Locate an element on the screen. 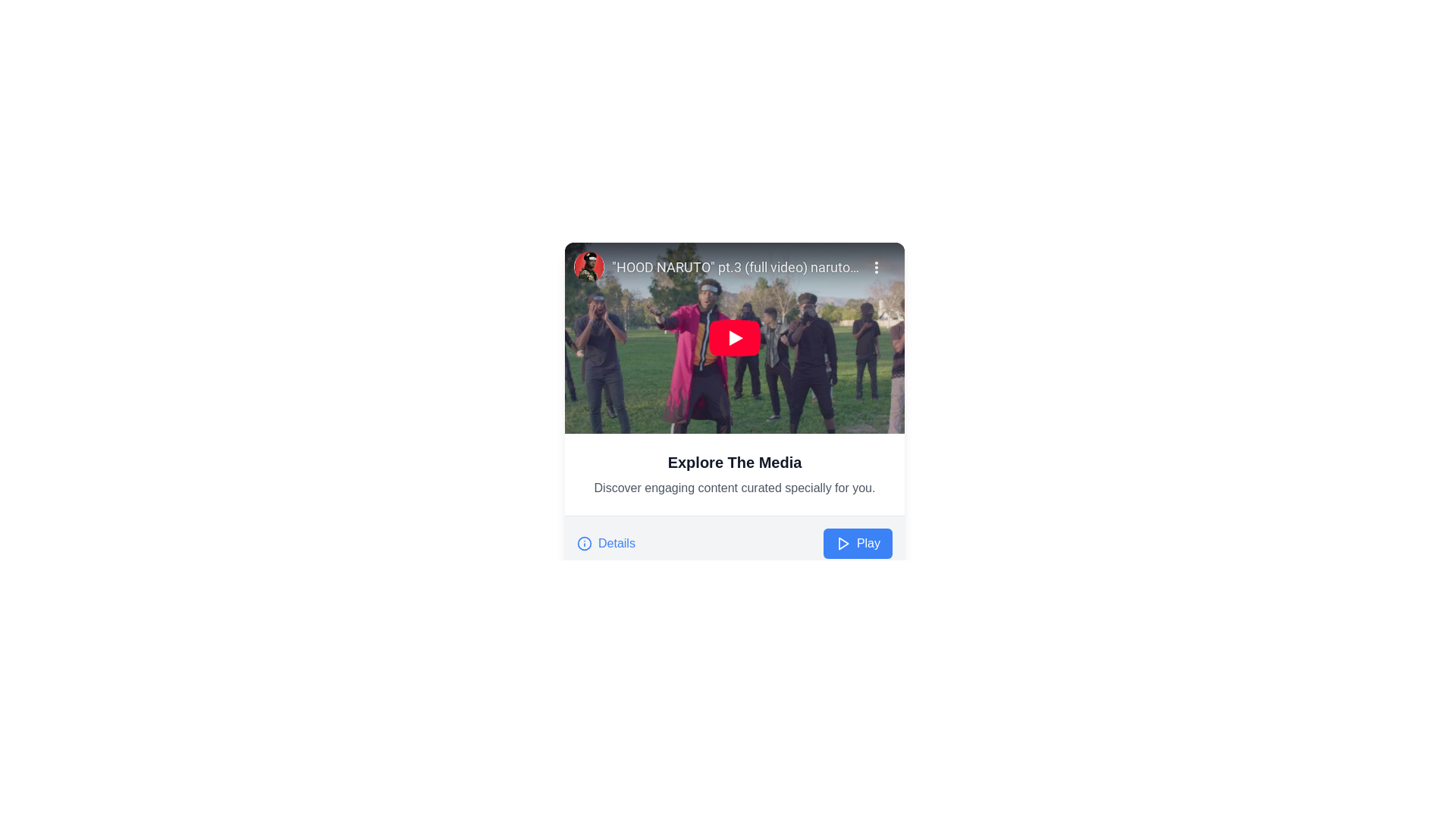 The width and height of the screenshot is (1456, 819). the play button icon located in the bottom-right corner of the video card layout to initiate playback of the video is located at coordinates (843, 543).